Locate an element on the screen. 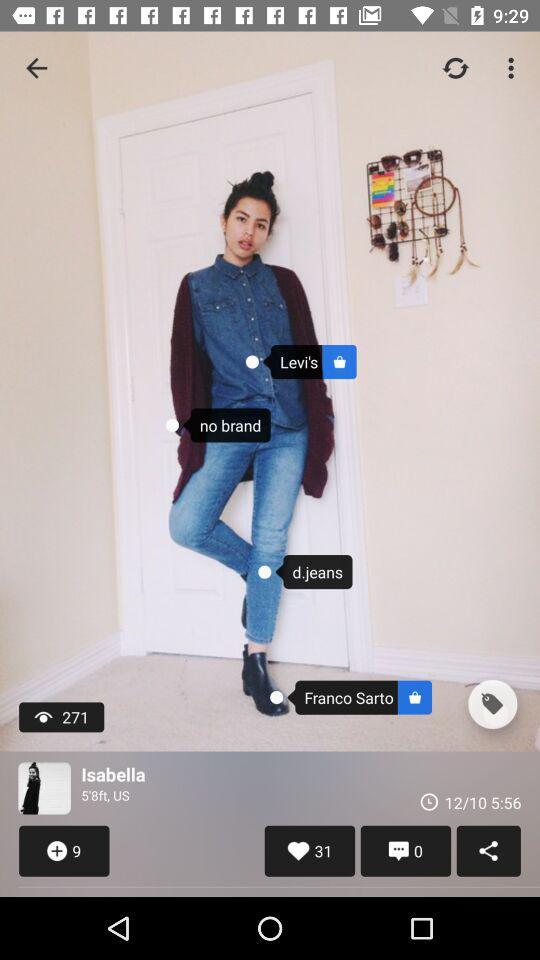 This screenshot has height=960, width=540. the label icon is located at coordinates (491, 704).